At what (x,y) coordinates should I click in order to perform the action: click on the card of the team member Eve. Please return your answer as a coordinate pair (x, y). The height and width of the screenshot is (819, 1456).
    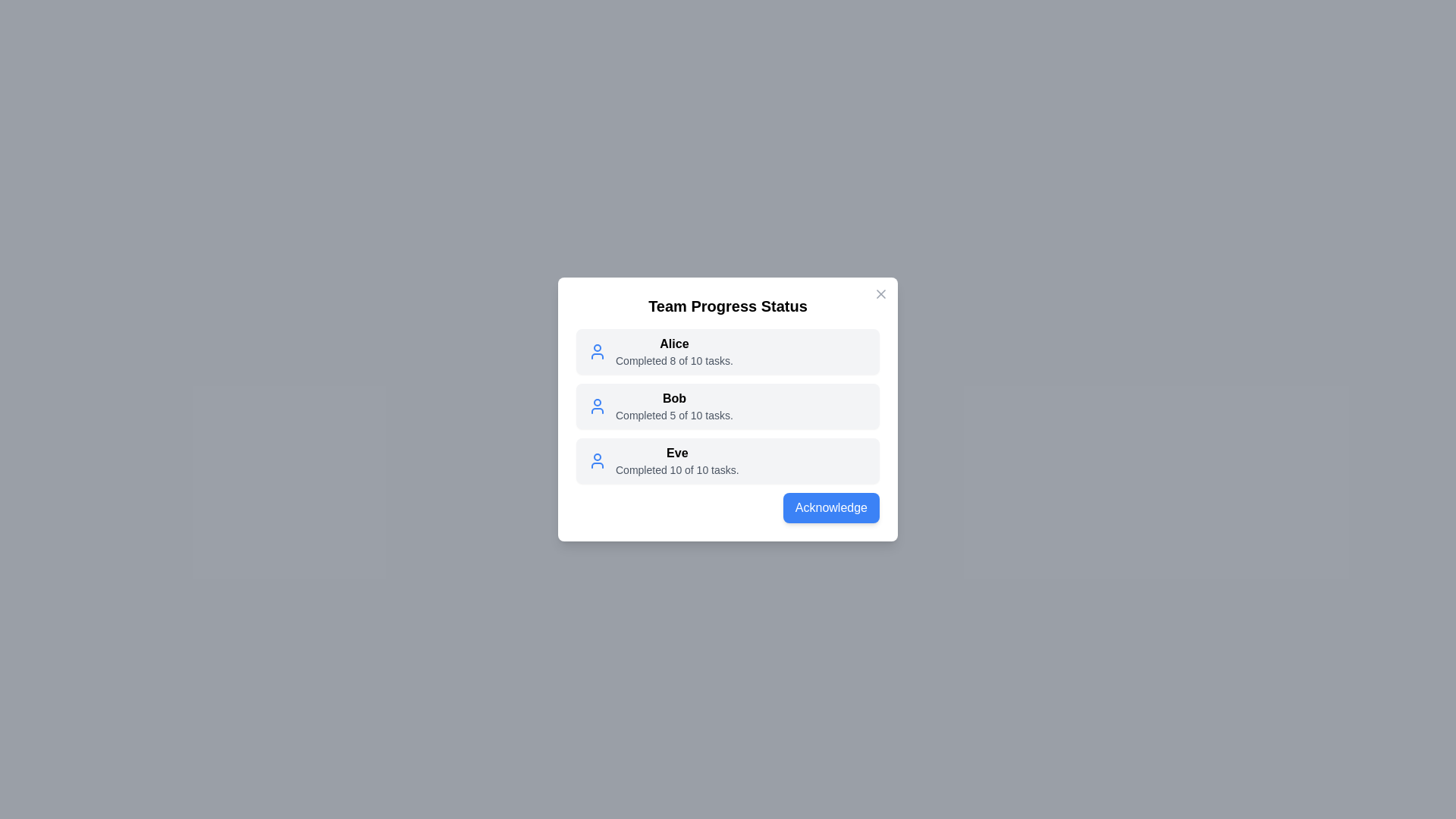
    Looking at the image, I should click on (728, 460).